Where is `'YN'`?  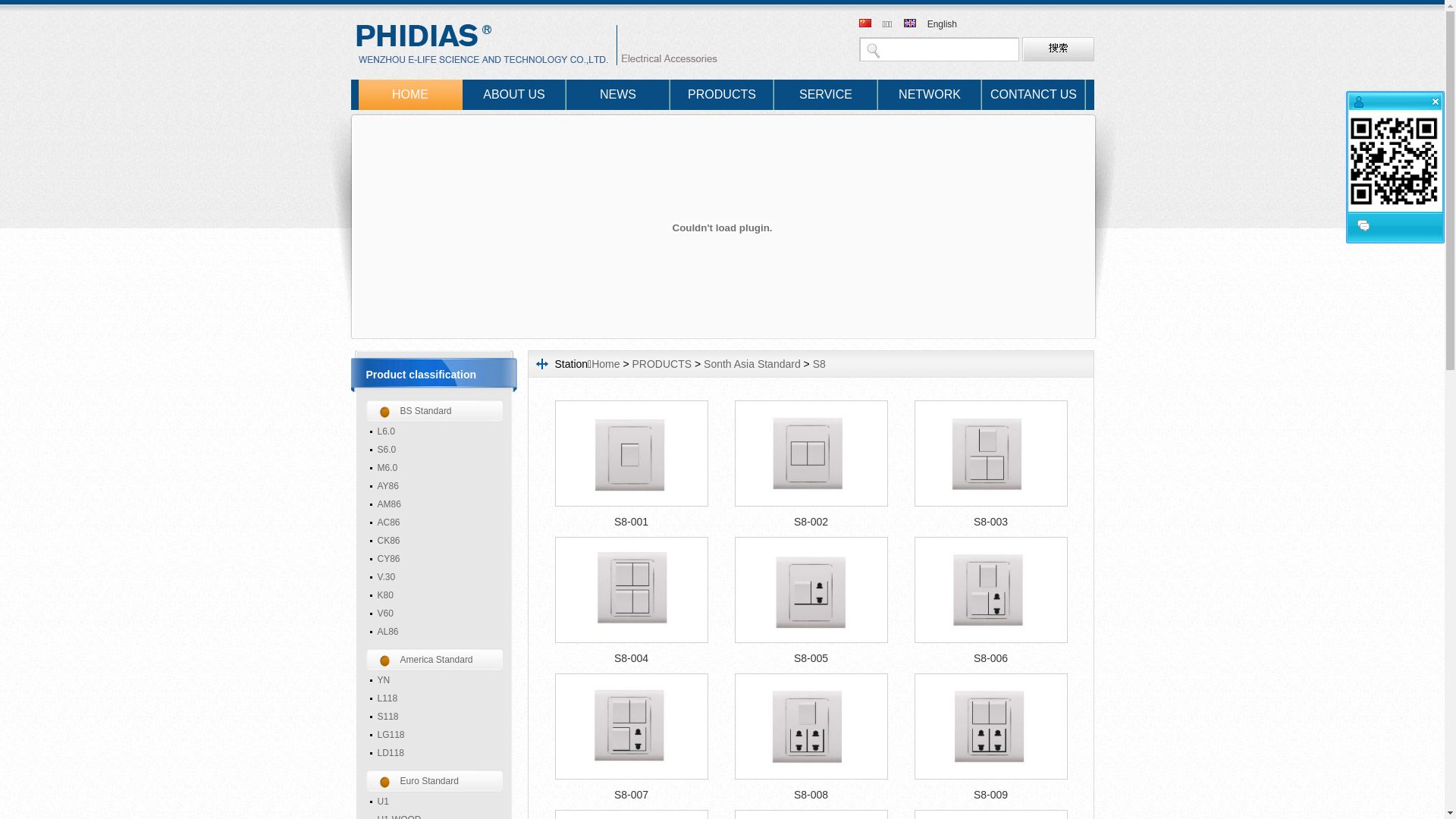
'YN' is located at coordinates (349, 679).